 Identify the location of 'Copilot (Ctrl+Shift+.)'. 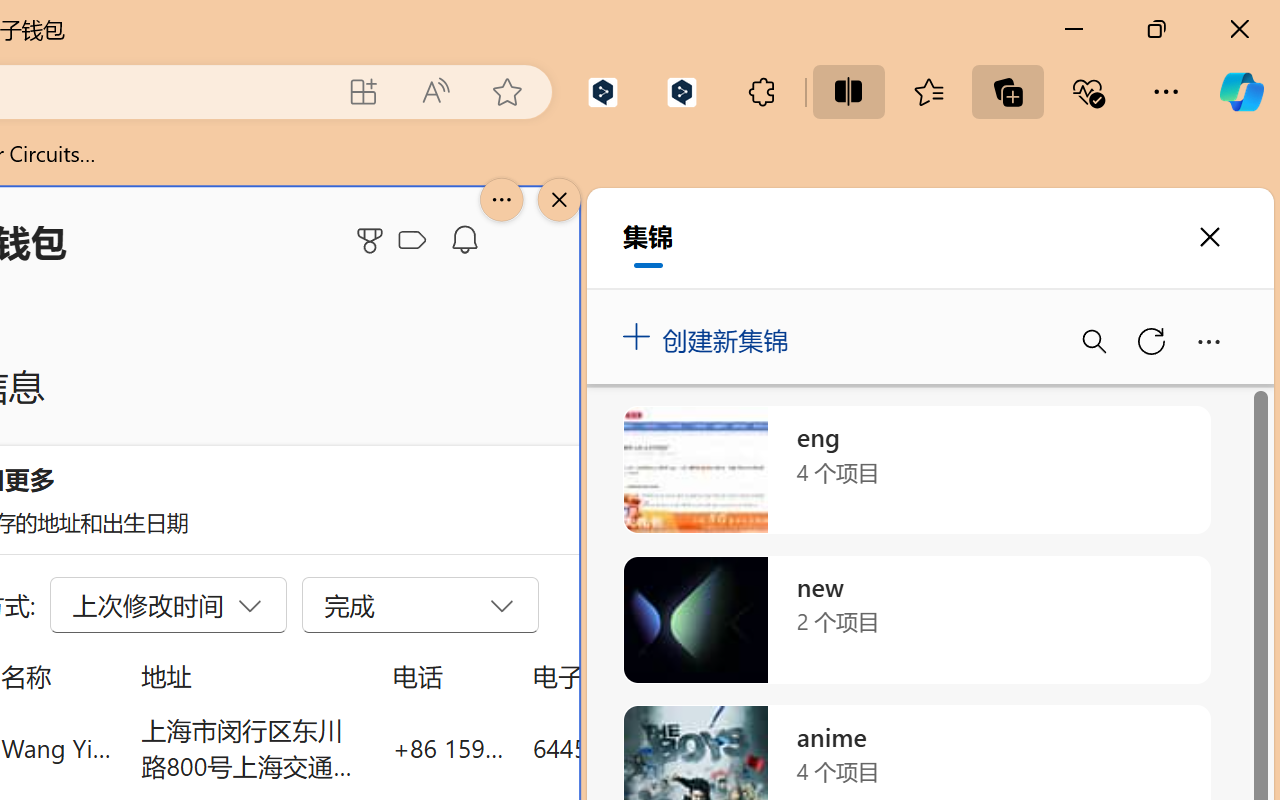
(1240, 91).